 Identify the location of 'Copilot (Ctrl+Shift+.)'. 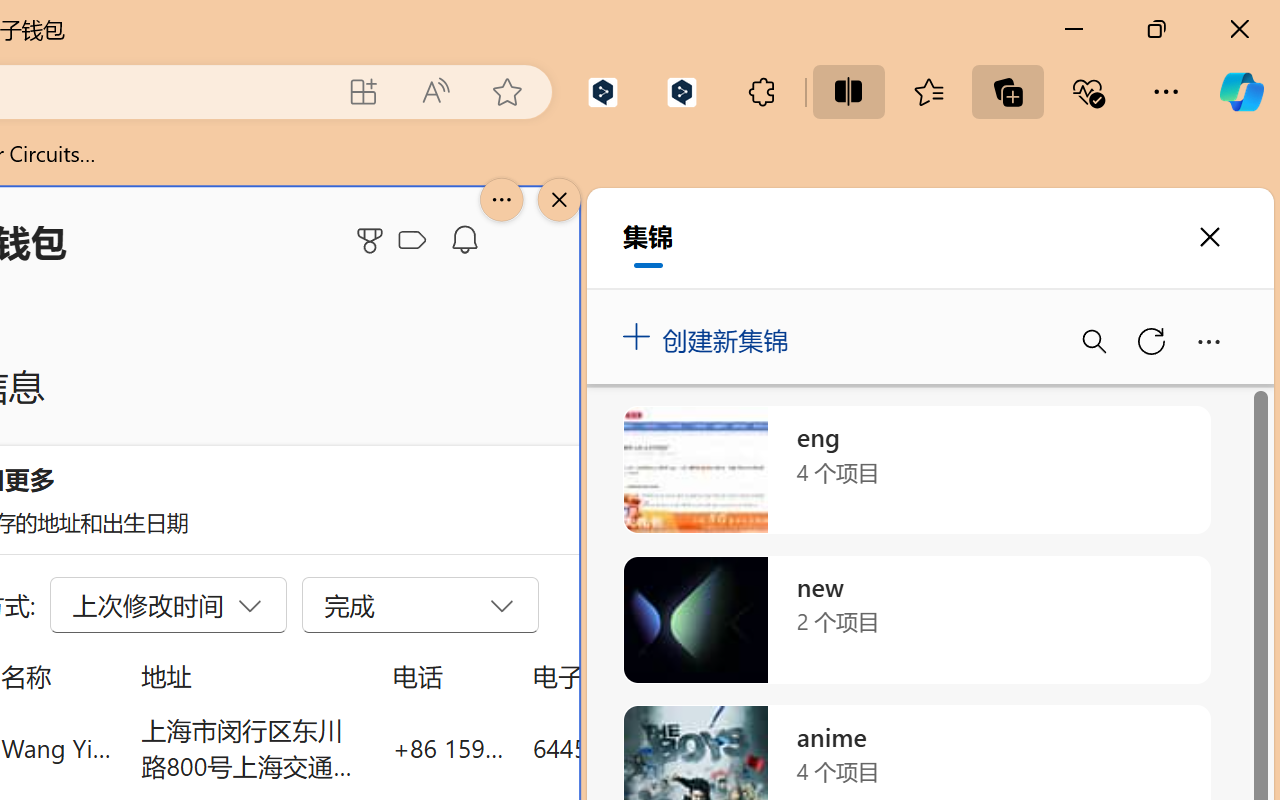
(1240, 91).